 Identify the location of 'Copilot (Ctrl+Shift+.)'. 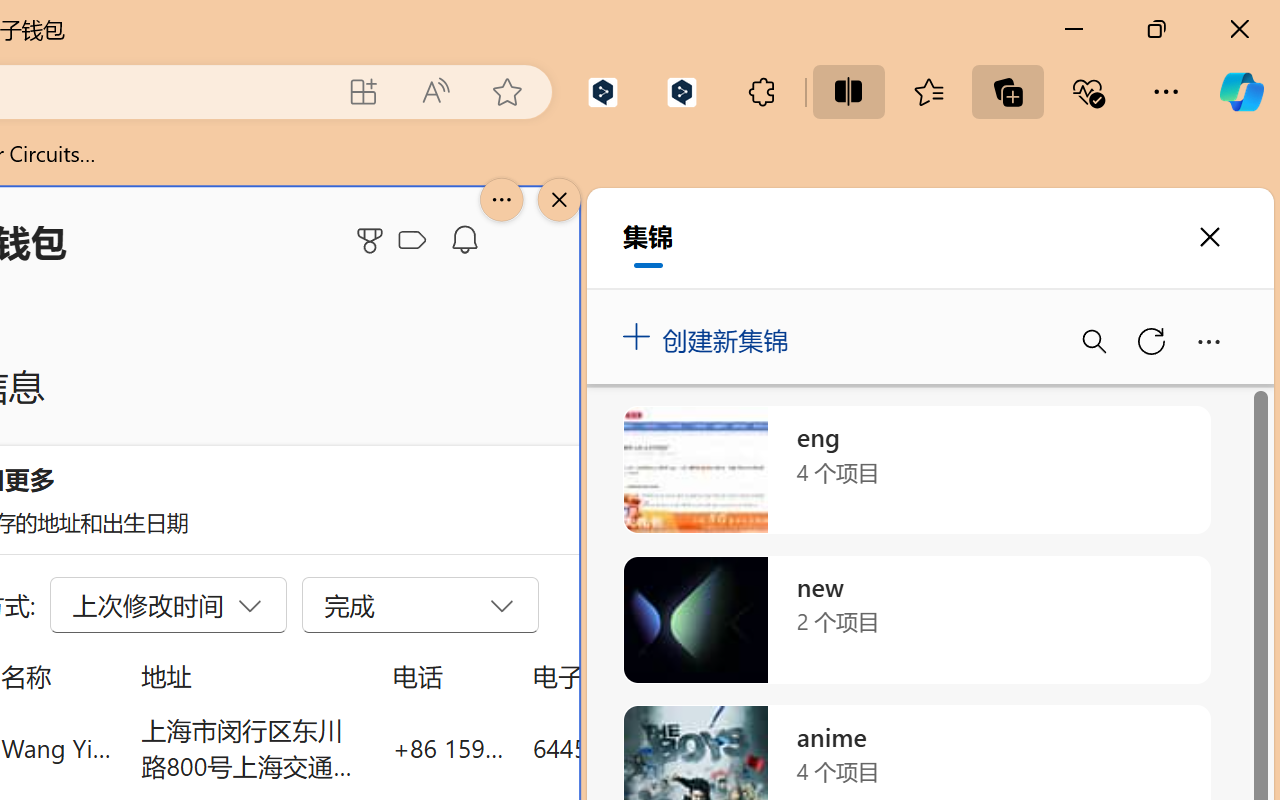
(1240, 91).